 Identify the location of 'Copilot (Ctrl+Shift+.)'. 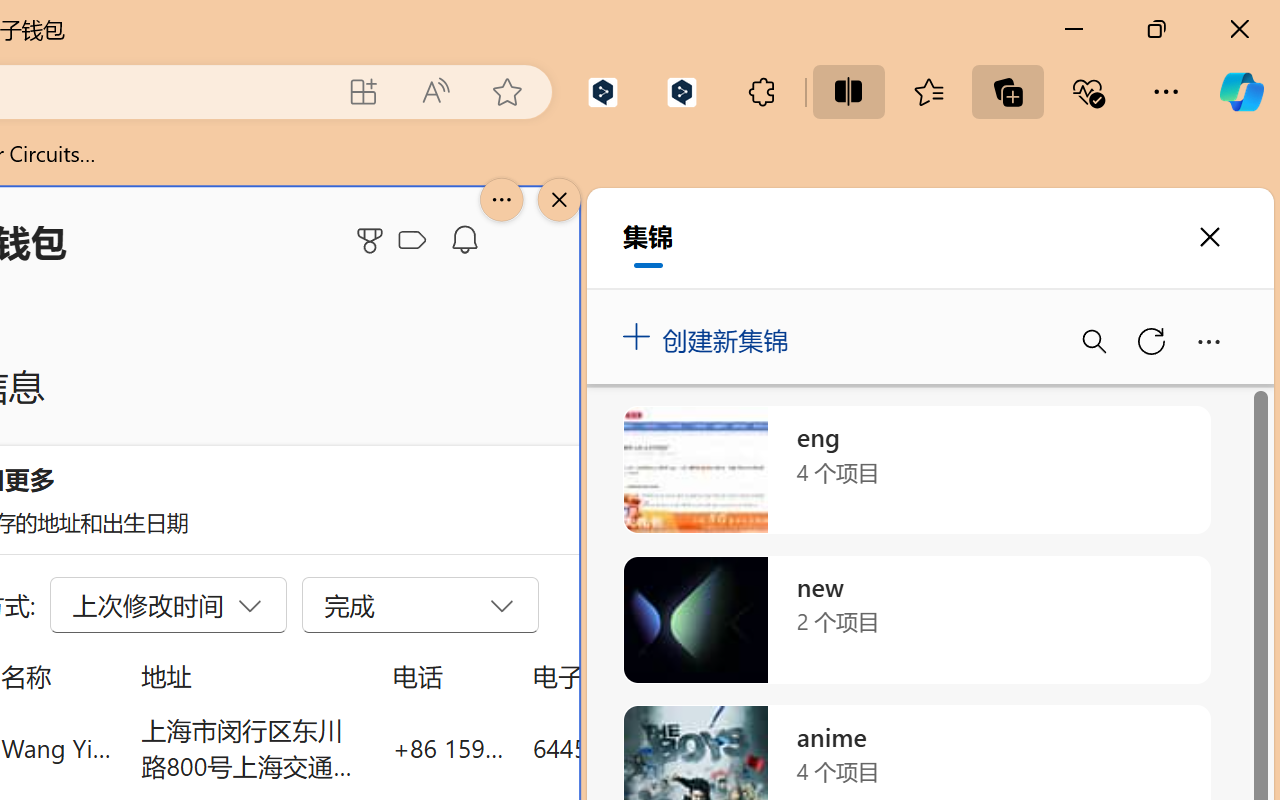
(1240, 91).